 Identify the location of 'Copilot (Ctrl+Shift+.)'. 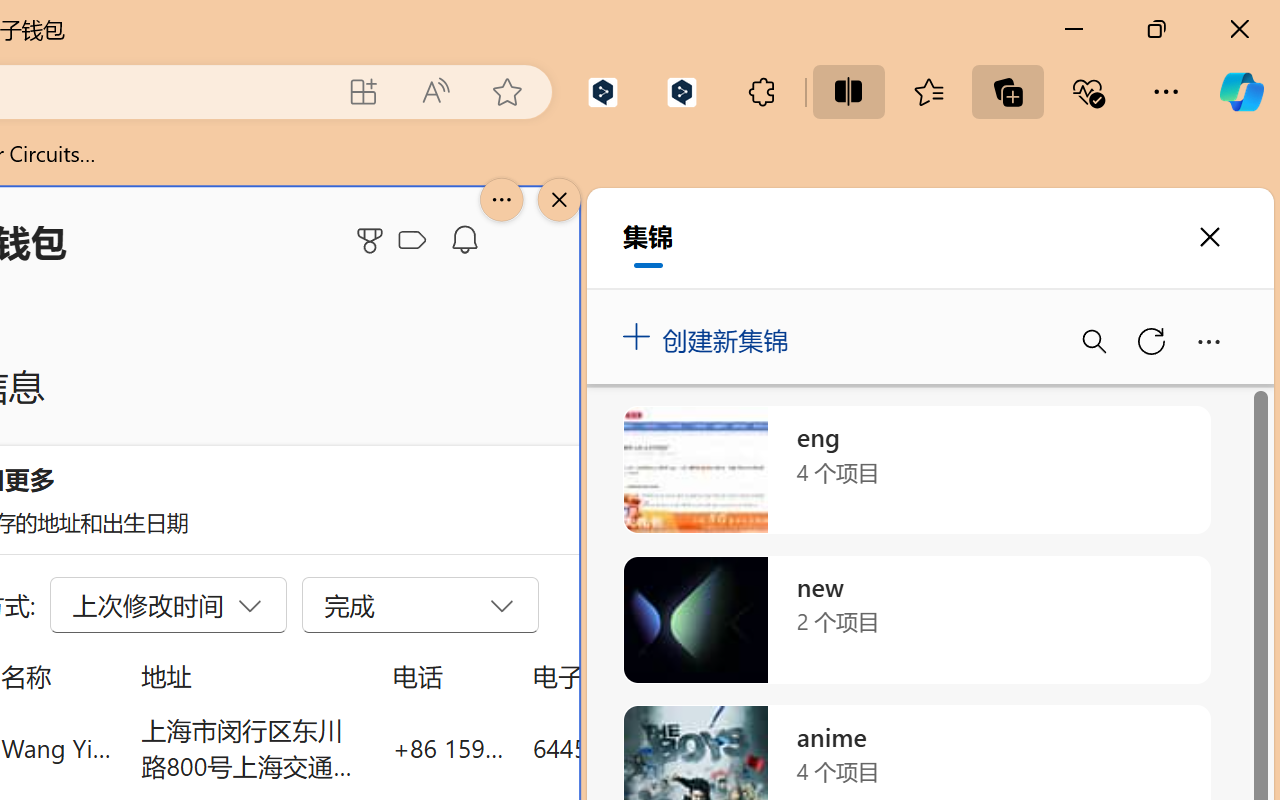
(1240, 91).